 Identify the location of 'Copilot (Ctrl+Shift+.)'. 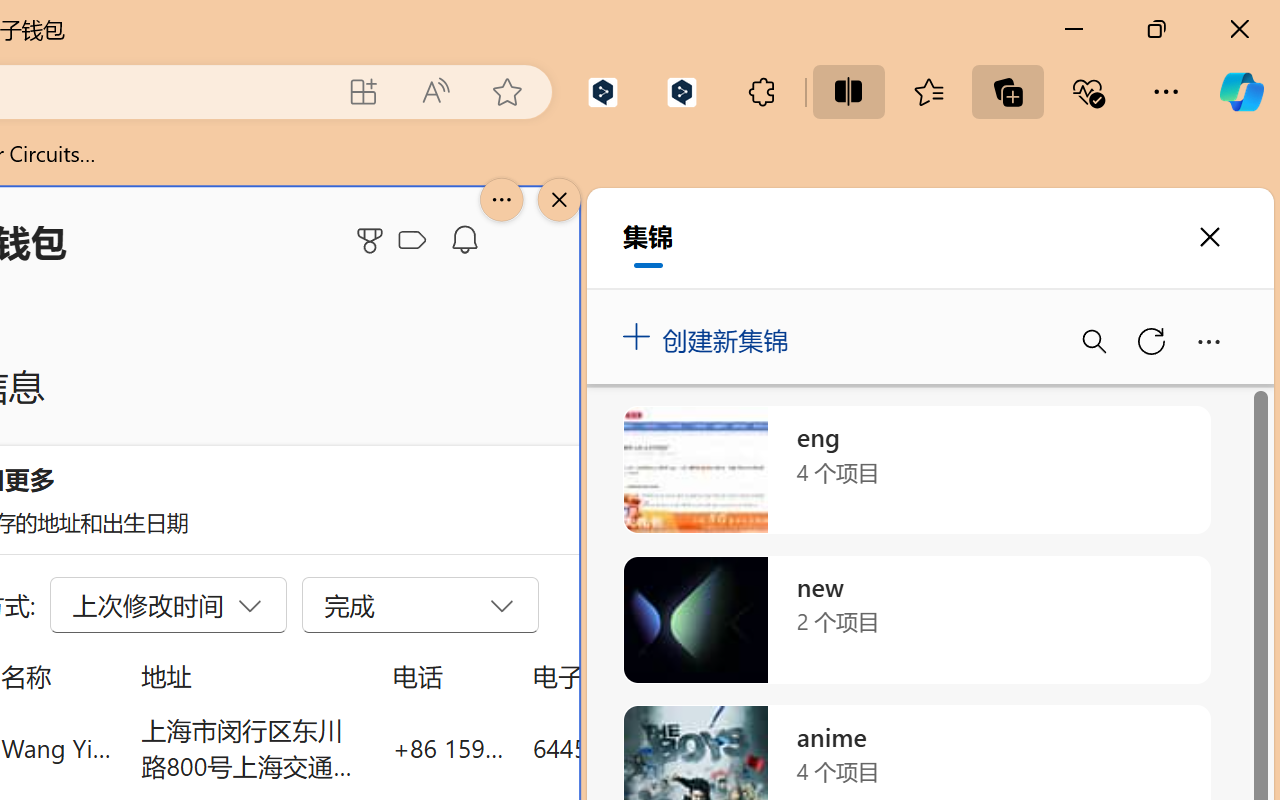
(1240, 91).